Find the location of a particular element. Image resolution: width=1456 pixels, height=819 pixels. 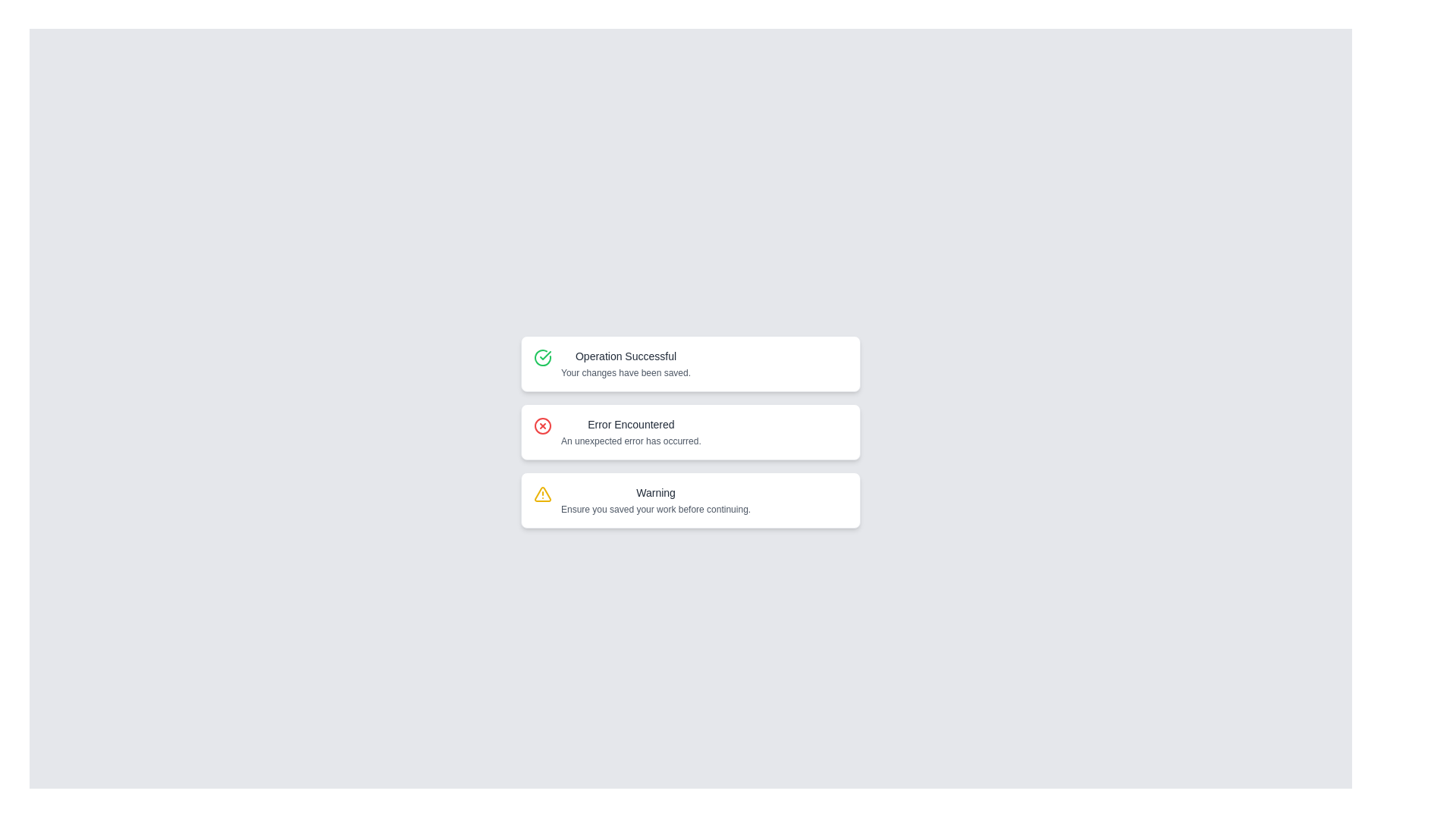

text label displaying 'Error Encountered' which is the header within the notification card is located at coordinates (631, 424).